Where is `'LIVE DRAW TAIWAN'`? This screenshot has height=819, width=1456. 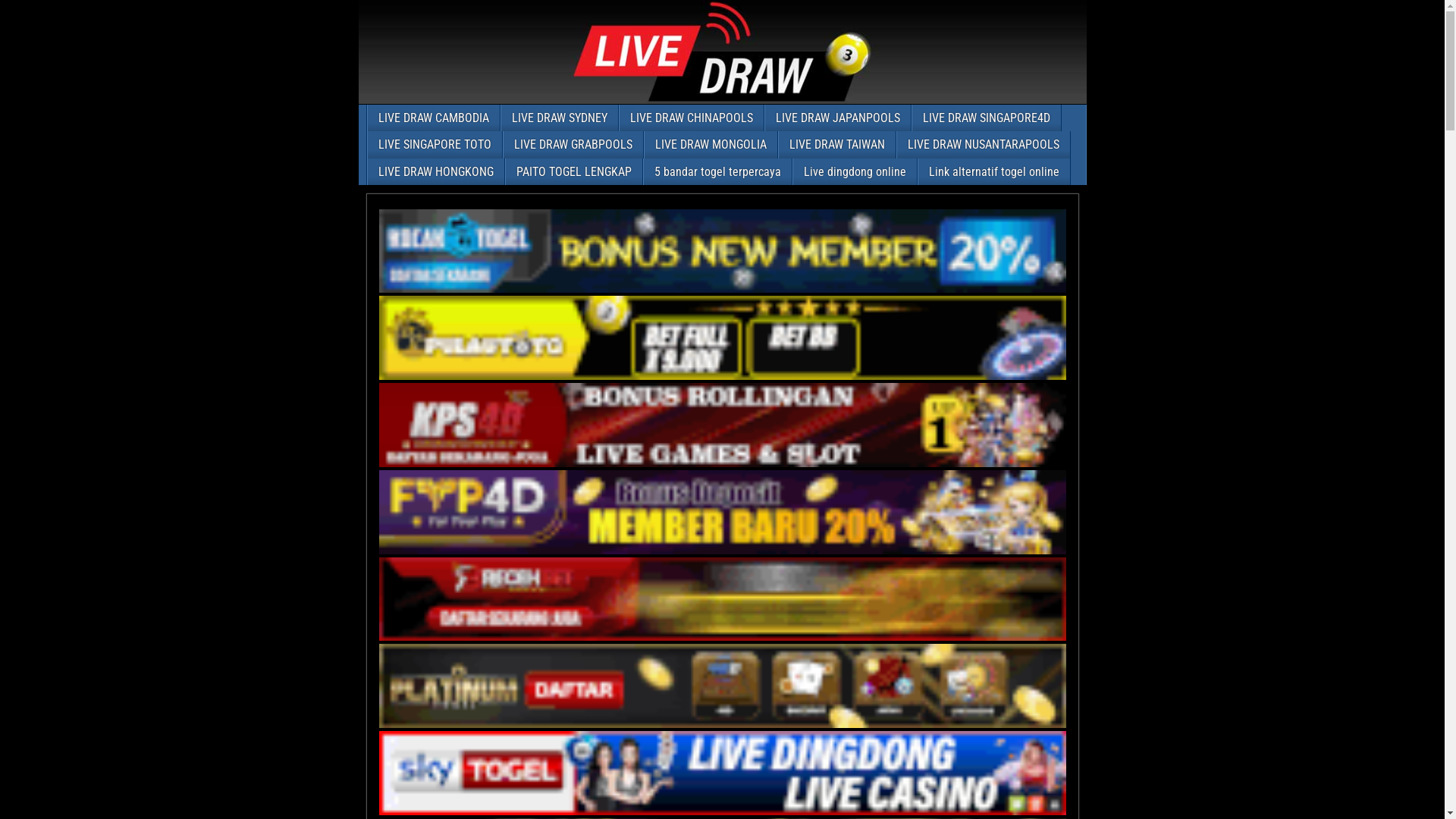 'LIVE DRAW TAIWAN' is located at coordinates (836, 144).